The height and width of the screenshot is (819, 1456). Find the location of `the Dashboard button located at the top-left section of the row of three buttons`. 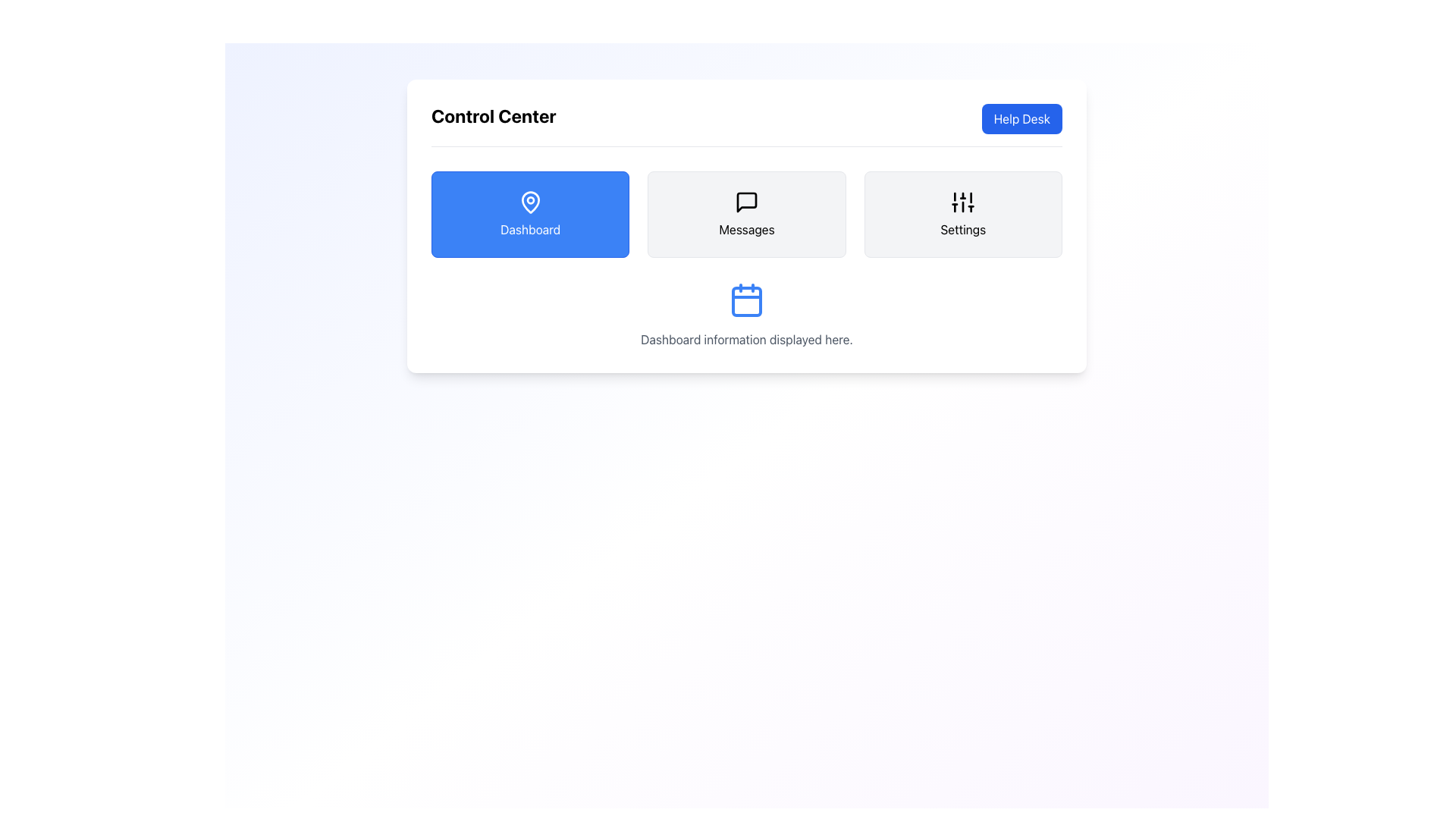

the Dashboard button located at the top-left section of the row of three buttons is located at coordinates (530, 214).